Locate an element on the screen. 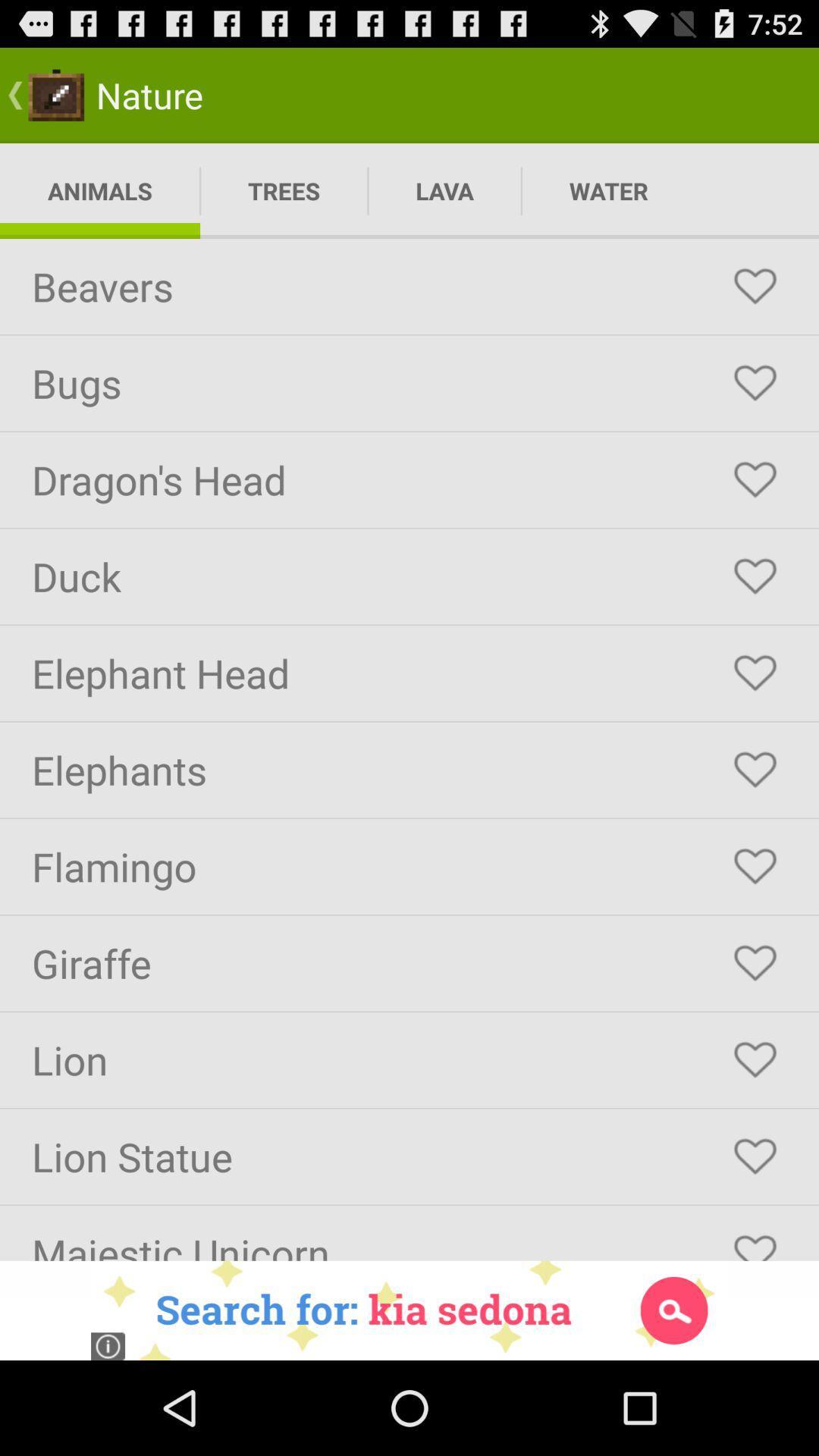  like is located at coordinates (755, 1241).